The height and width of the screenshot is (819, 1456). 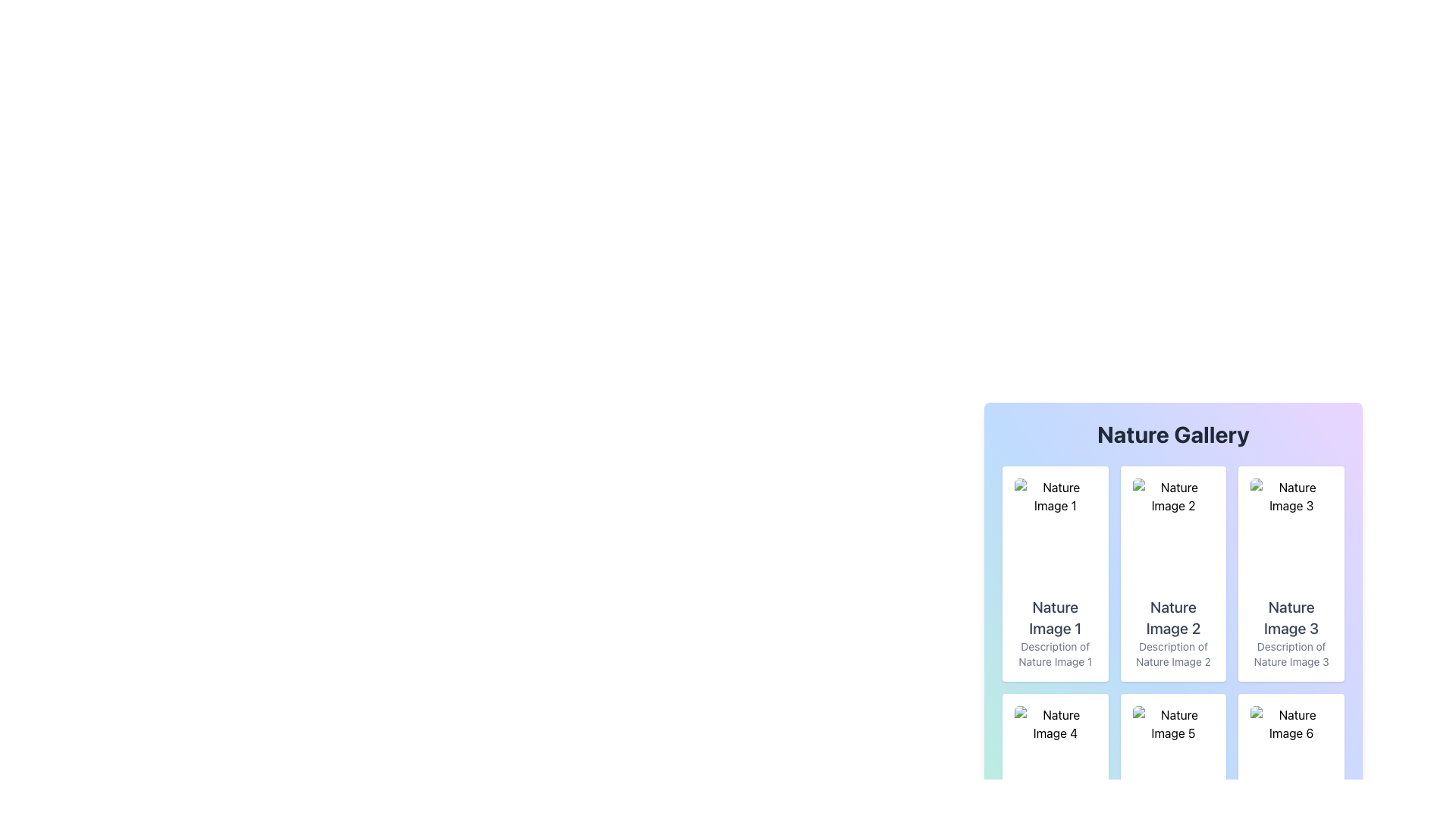 What do you see at coordinates (1054, 654) in the screenshot?
I see `text label that displays 'Description of Nature Image 1', which is styled in light gray and positioned below the title 'Nature Image 1' in the first card of the three-column grid under 'Nature Gallery'` at bounding box center [1054, 654].